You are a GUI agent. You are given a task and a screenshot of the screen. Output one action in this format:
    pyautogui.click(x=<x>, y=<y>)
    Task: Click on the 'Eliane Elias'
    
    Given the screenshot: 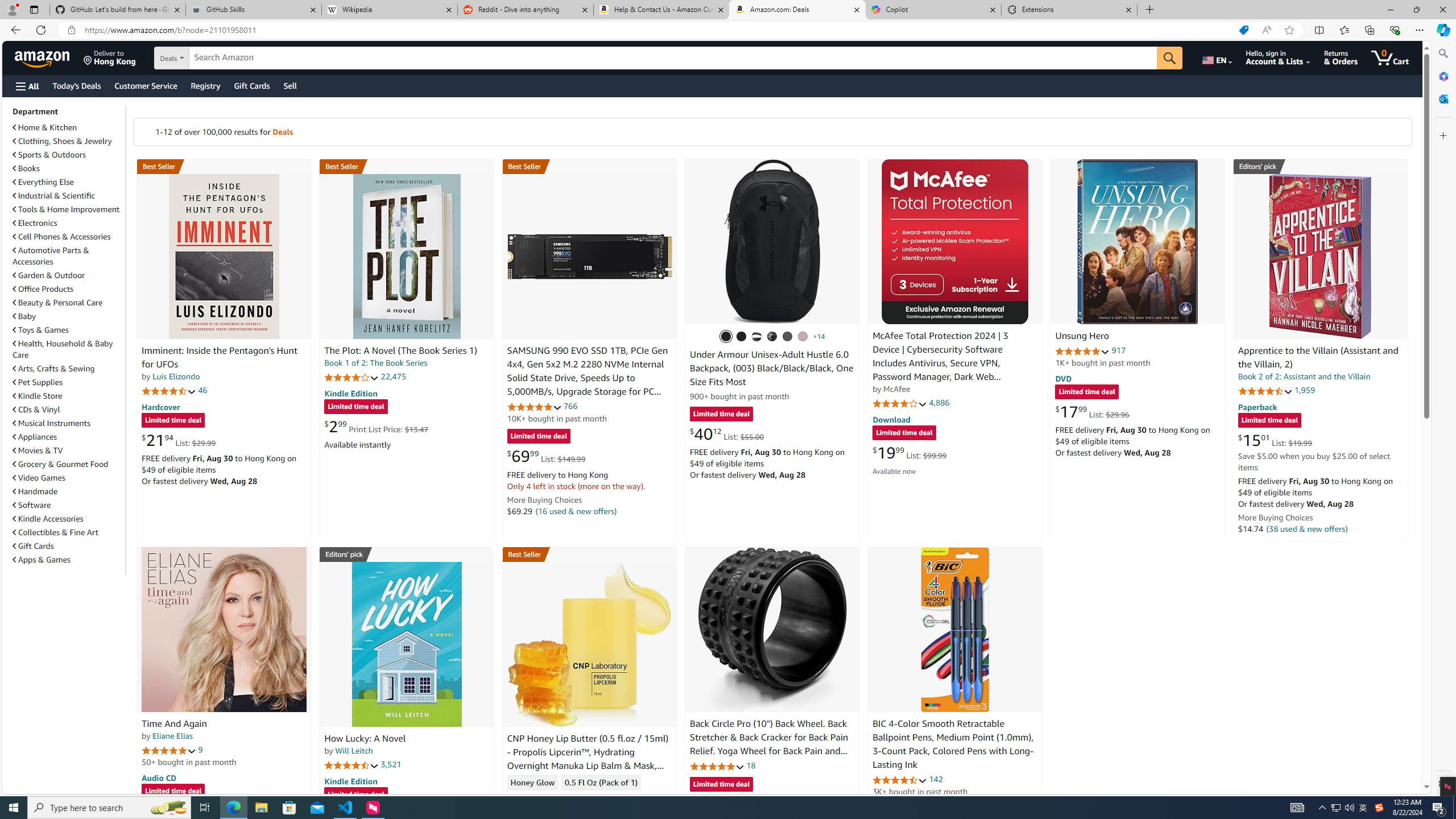 What is the action you would take?
    pyautogui.click(x=171, y=735)
    